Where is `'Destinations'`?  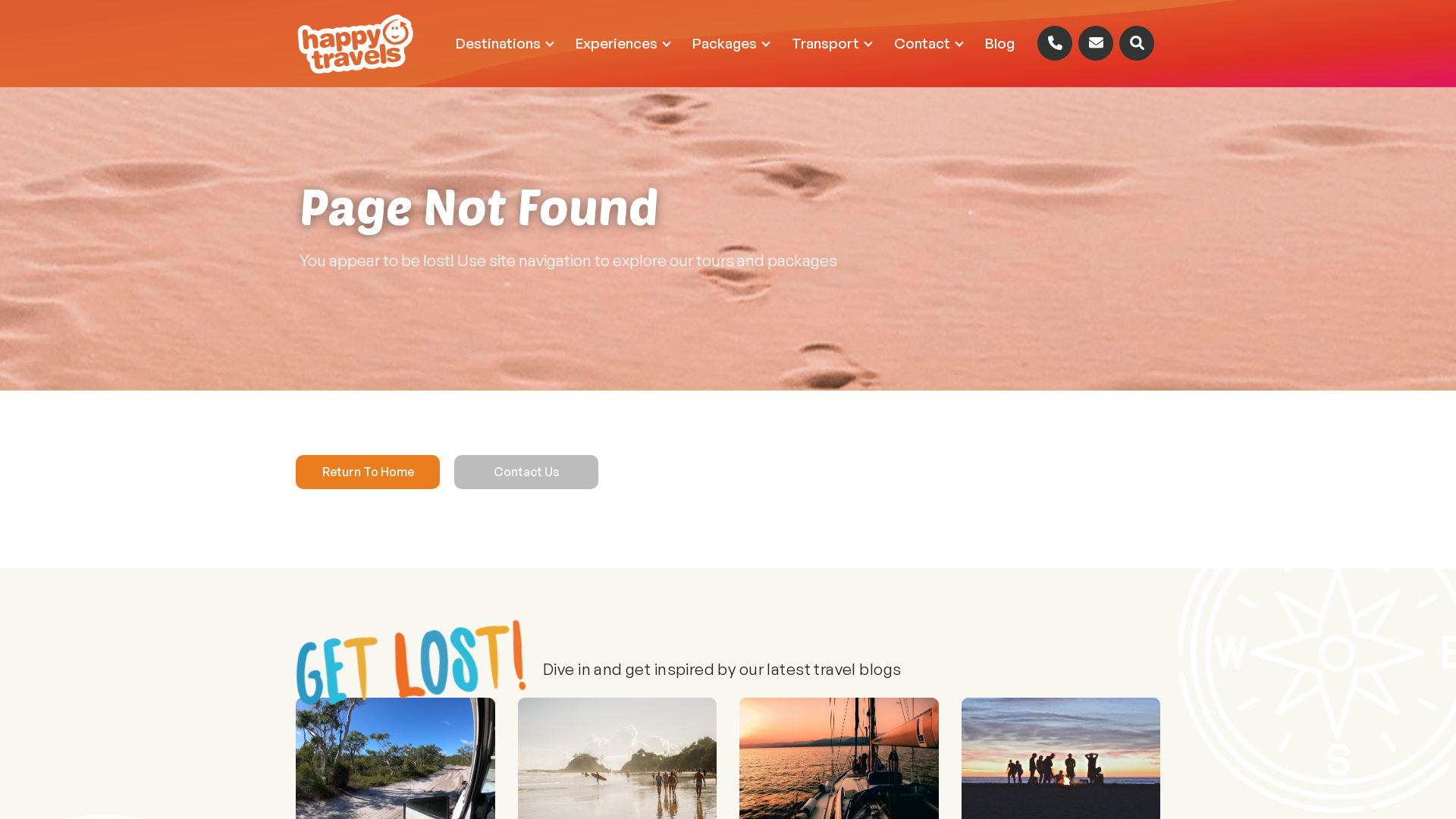
'Destinations' is located at coordinates (504, 42).